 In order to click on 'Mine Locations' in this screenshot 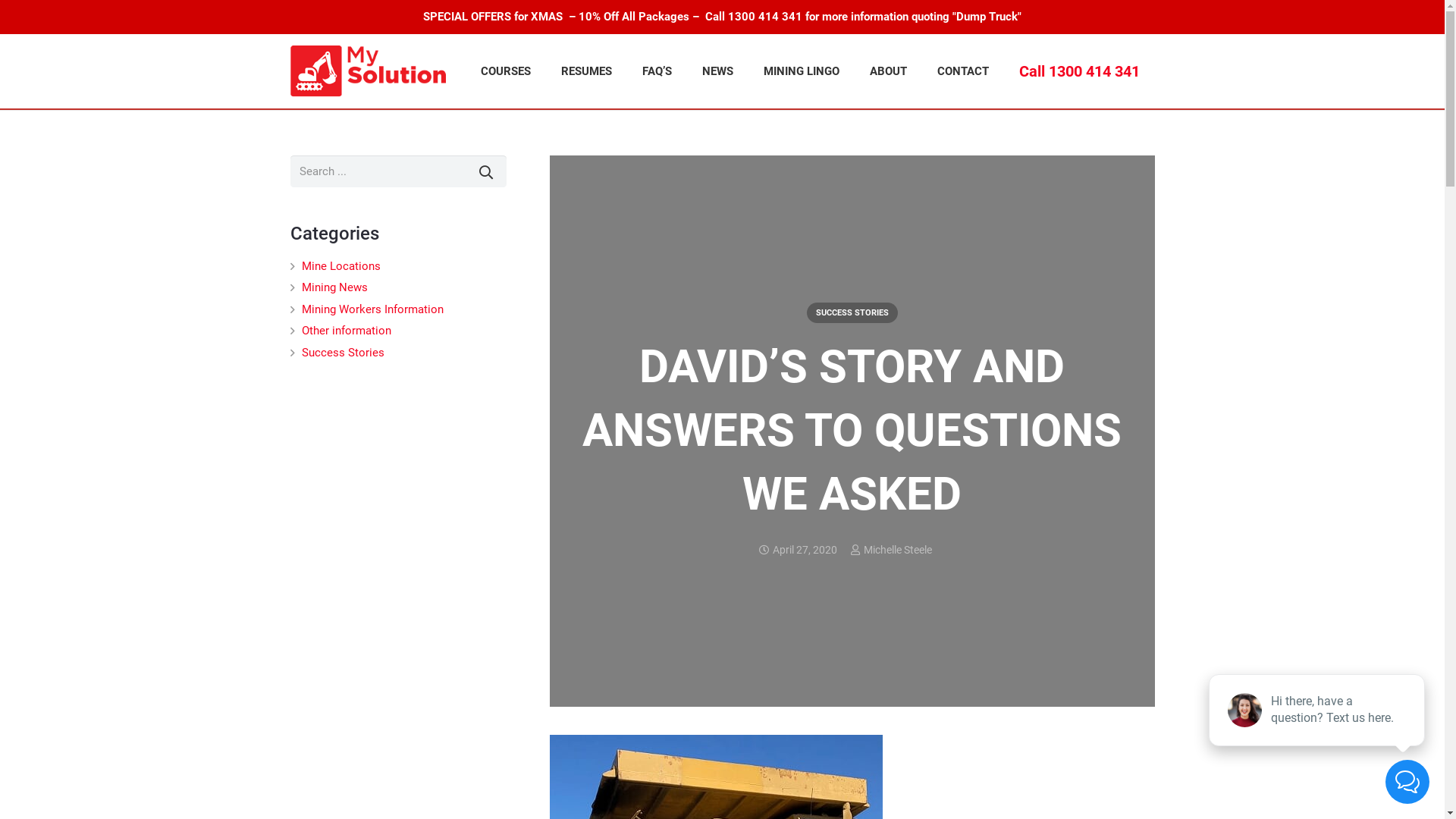, I will do `click(302, 265)`.